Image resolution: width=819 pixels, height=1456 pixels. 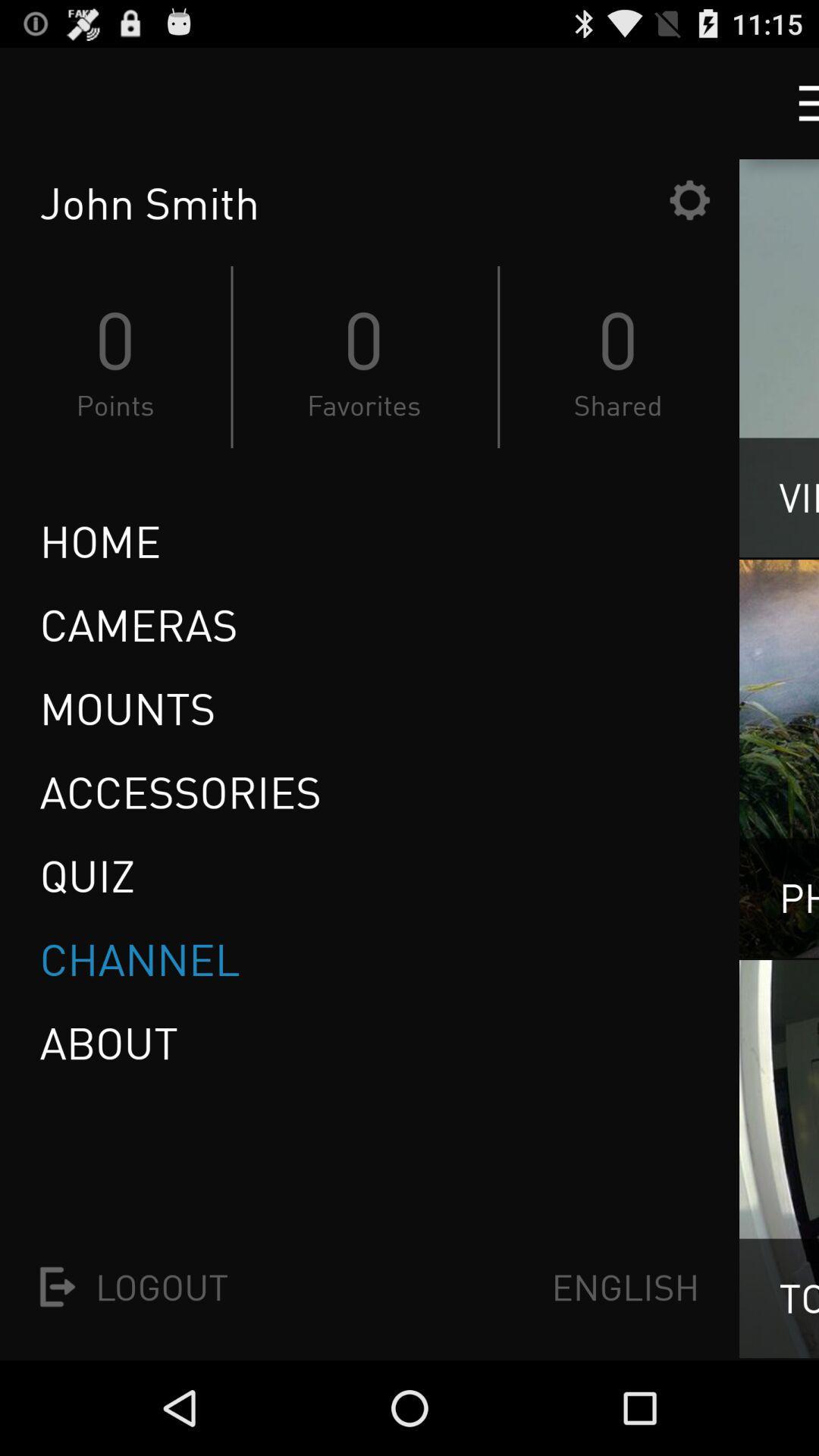 I want to click on settings button, so click(x=689, y=199).